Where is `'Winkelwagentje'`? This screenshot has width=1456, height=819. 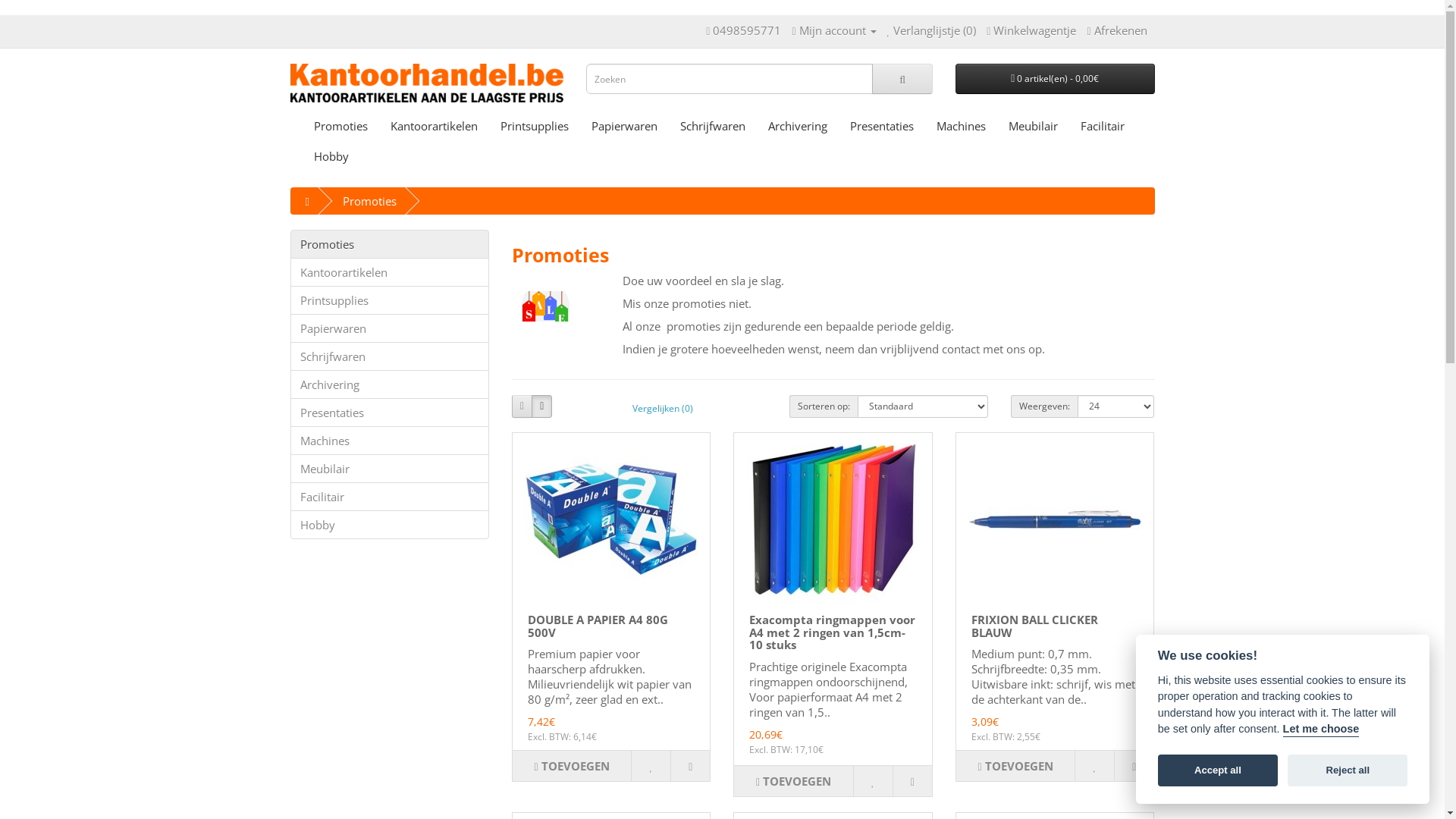 'Winkelwagentje' is located at coordinates (986, 30).